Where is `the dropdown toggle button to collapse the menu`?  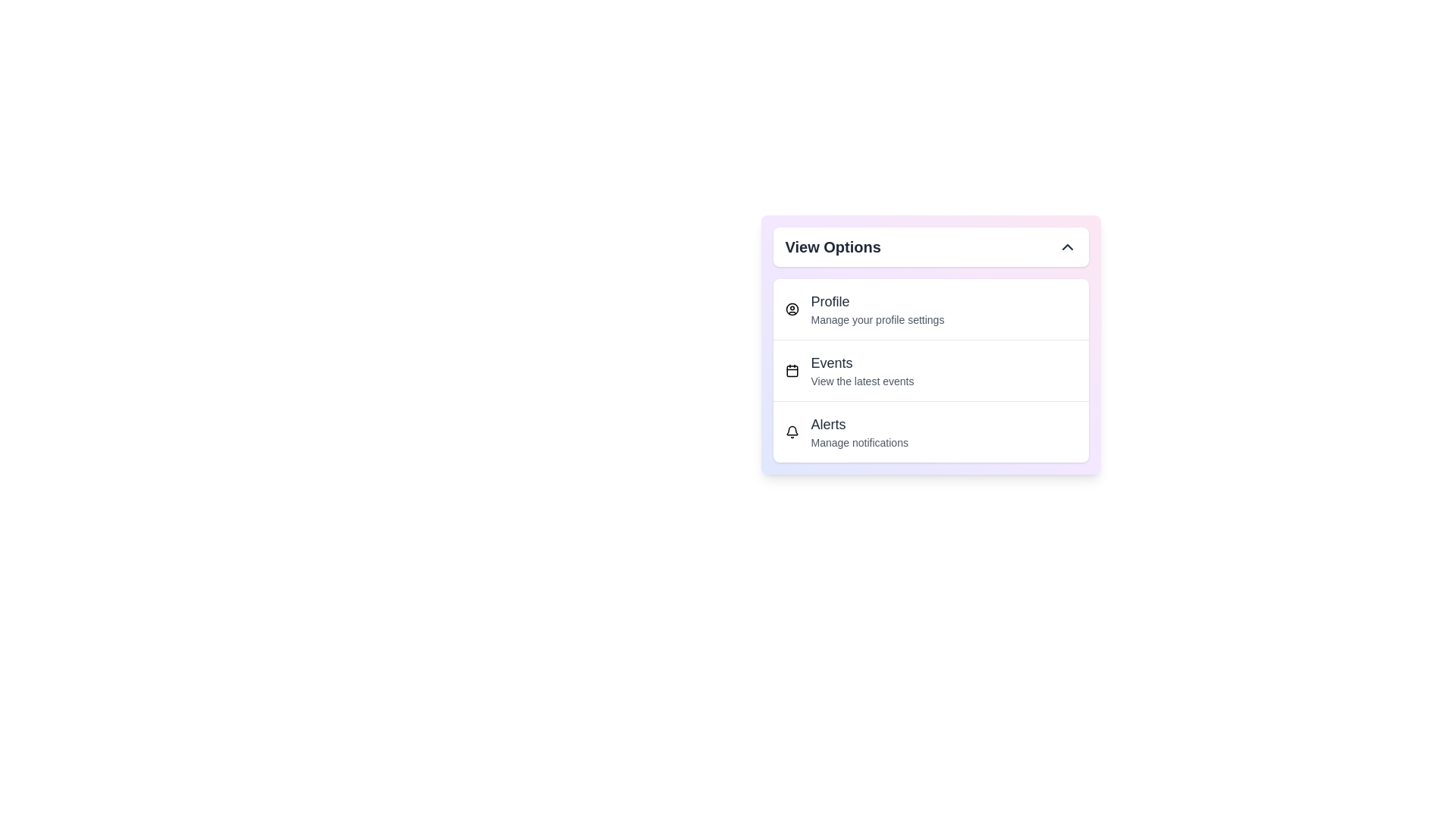 the dropdown toggle button to collapse the menu is located at coordinates (1066, 246).